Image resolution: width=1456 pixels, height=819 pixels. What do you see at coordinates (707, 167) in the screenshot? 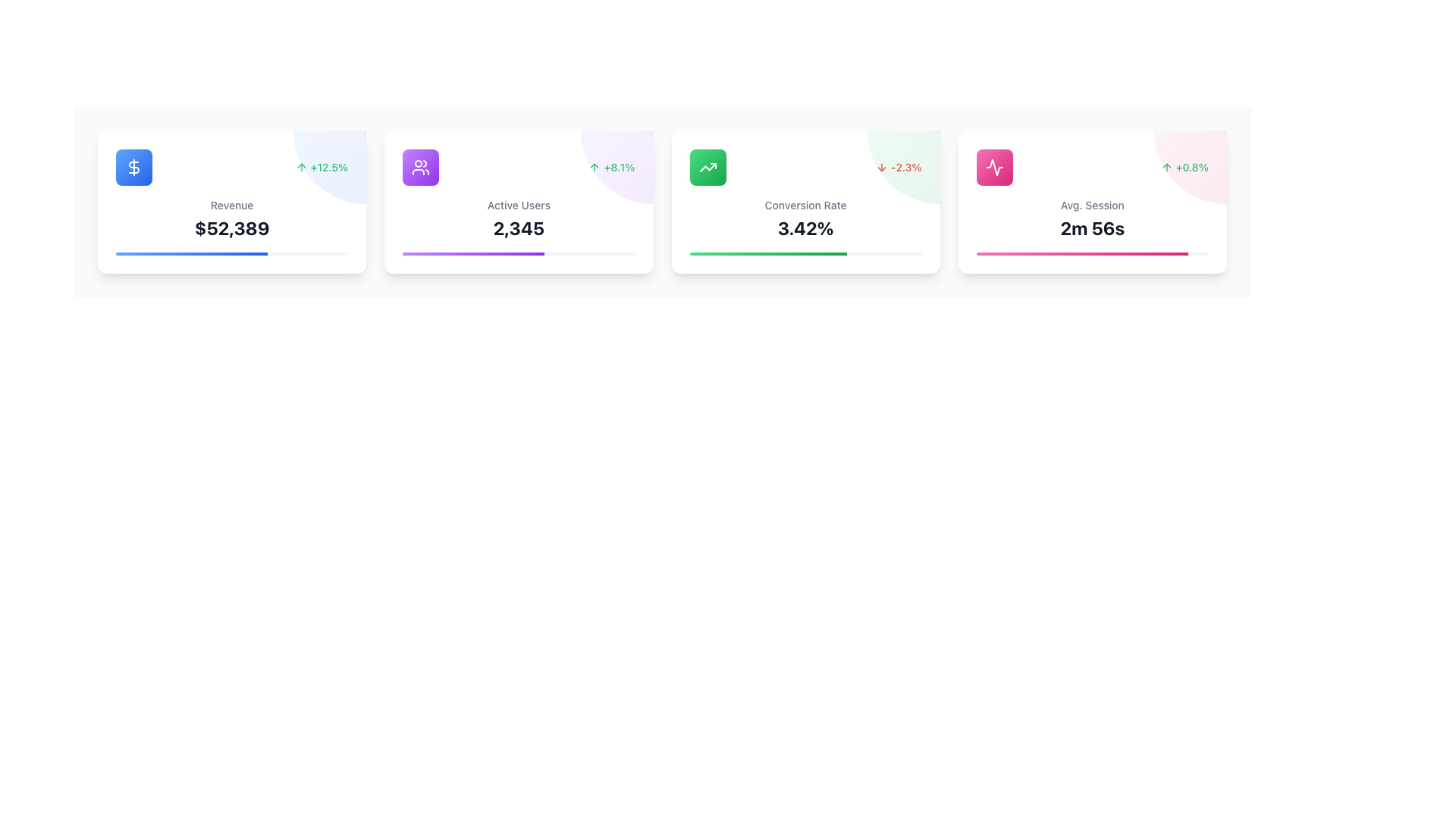
I see `the trending upward arrow icon with a green background located in the top-left section of the third card labeled 'Conversion Rate'` at bounding box center [707, 167].